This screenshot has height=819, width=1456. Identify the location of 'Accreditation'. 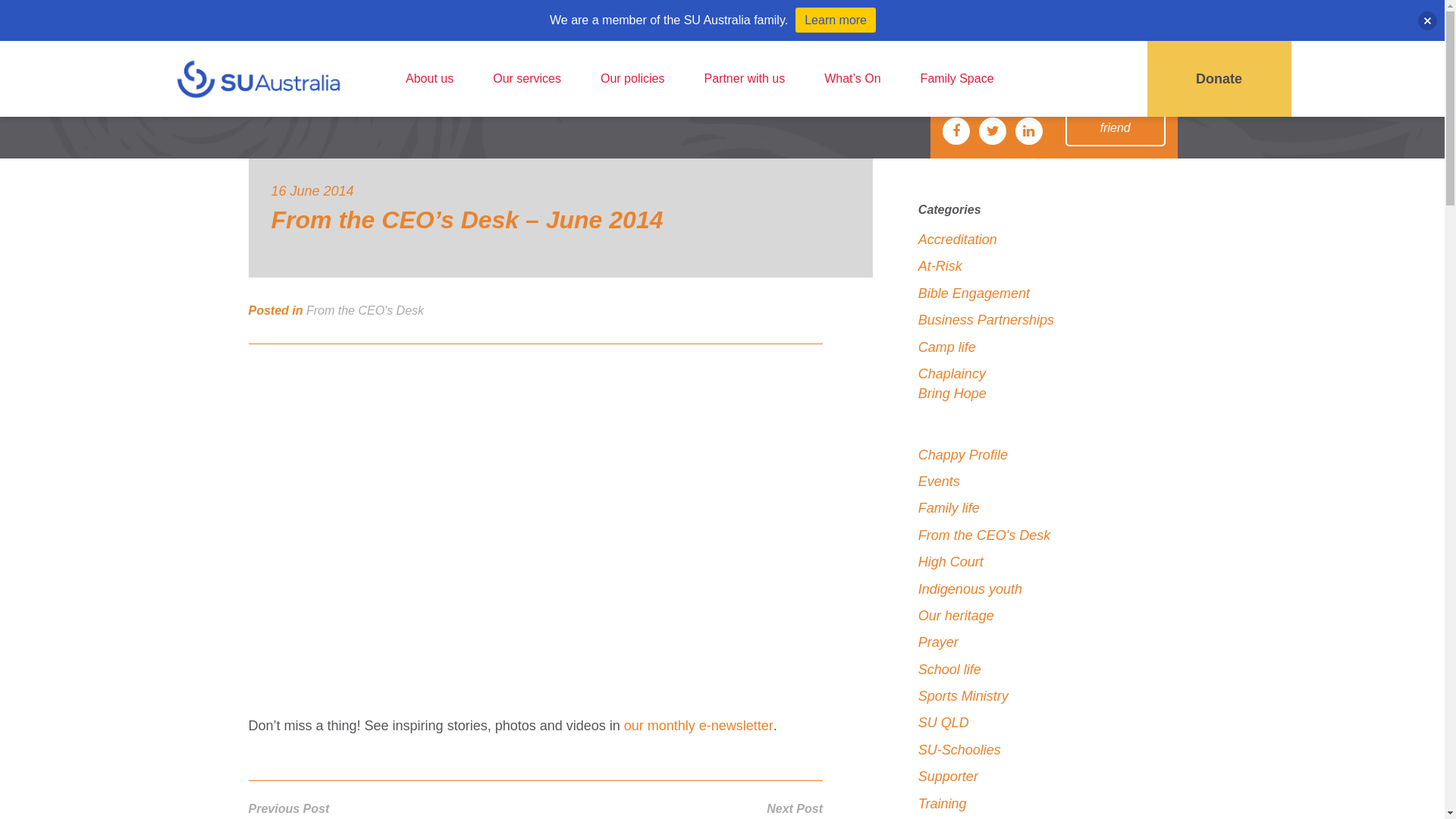
(917, 239).